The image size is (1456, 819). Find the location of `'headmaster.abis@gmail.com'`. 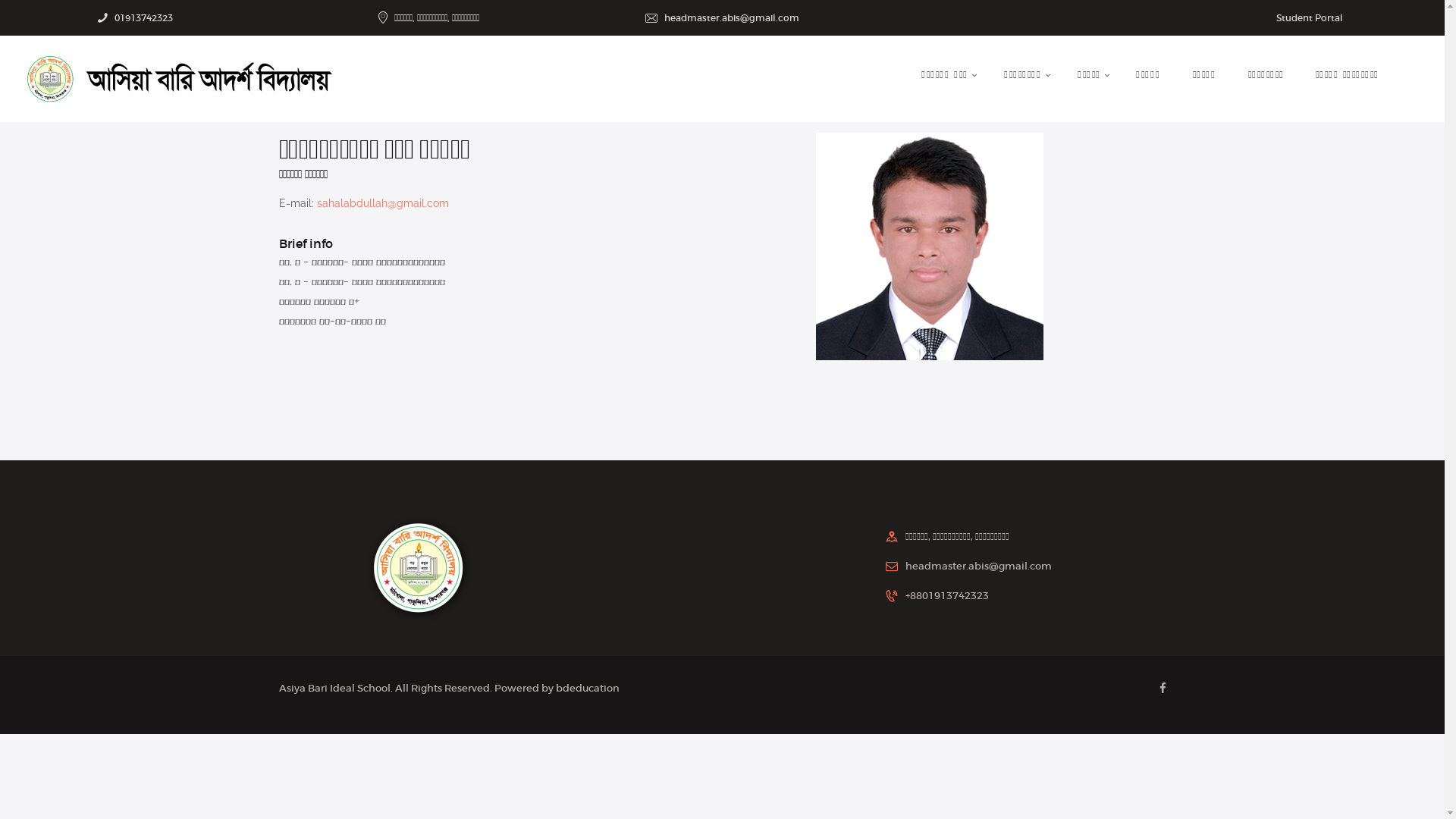

'headmaster.abis@gmail.com' is located at coordinates (905, 566).